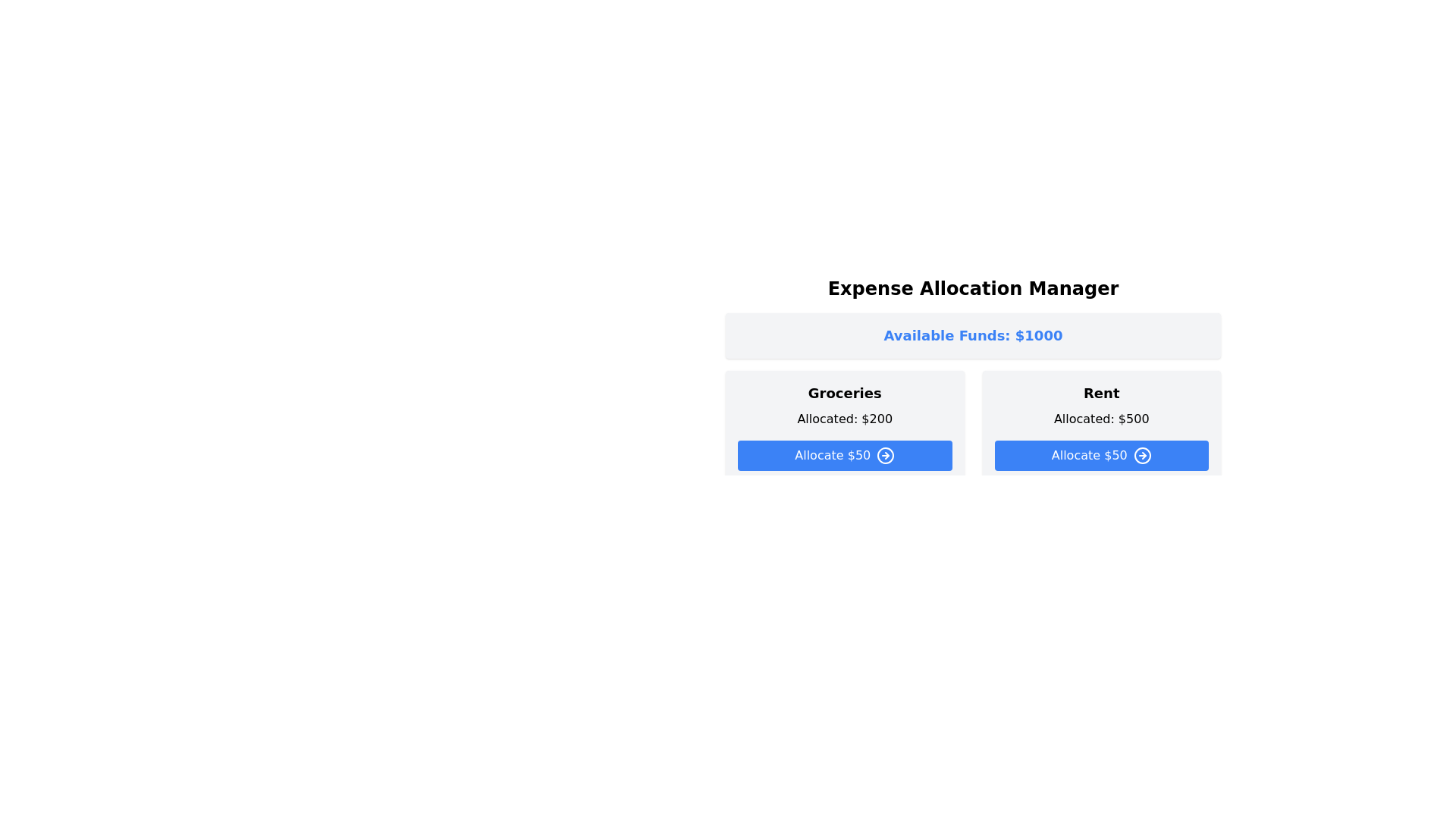  What do you see at coordinates (886, 455) in the screenshot?
I see `the circular indicator element located within the 'Allocate $50' button under 'Groceries', positioned towards the bottom-right of the button` at bounding box center [886, 455].